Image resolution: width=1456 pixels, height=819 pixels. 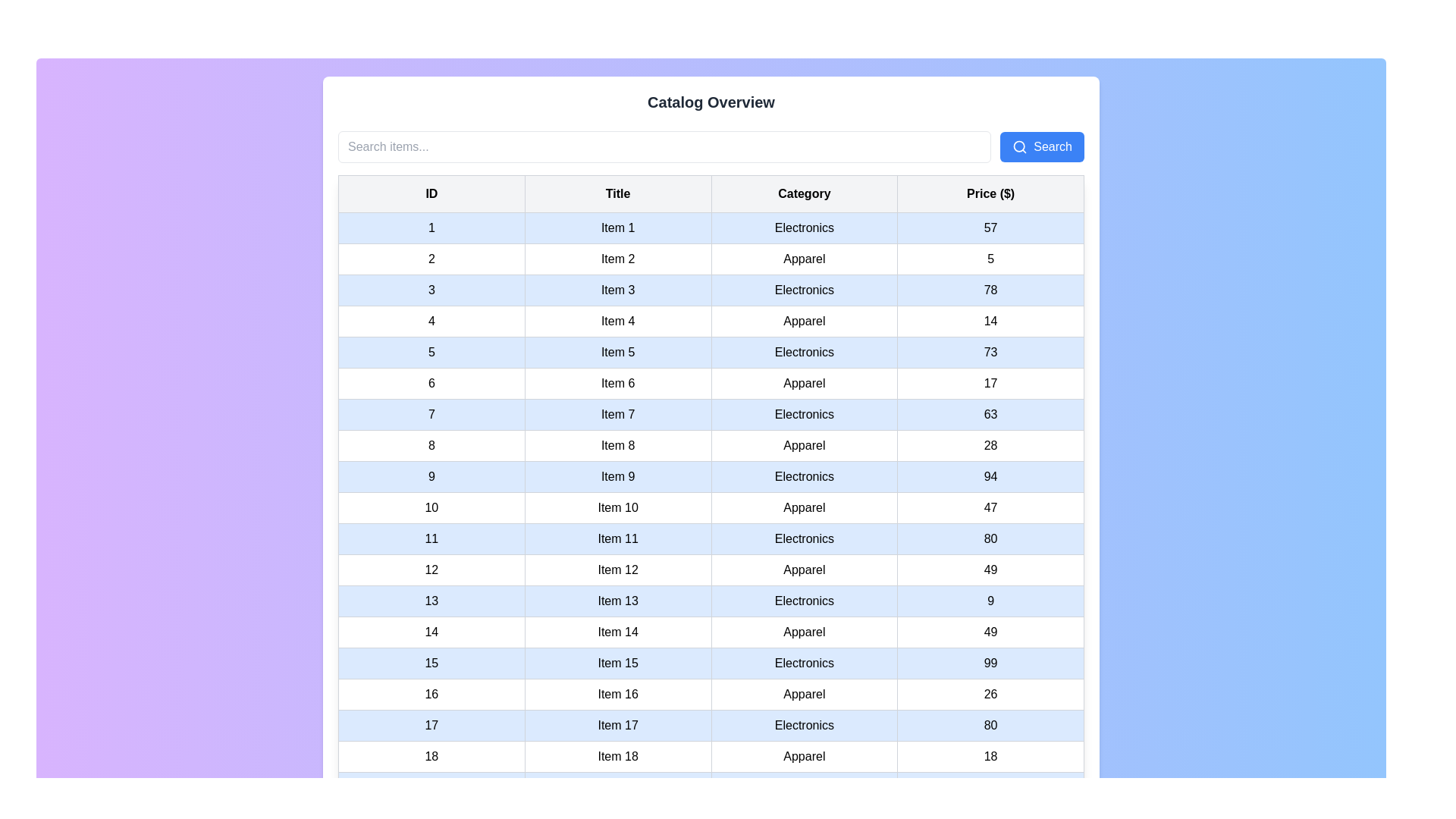 I want to click on the 'Catalog Overview' text label, which is a bold and centered header in dark gray located near the top of the interface, so click(x=710, y=102).